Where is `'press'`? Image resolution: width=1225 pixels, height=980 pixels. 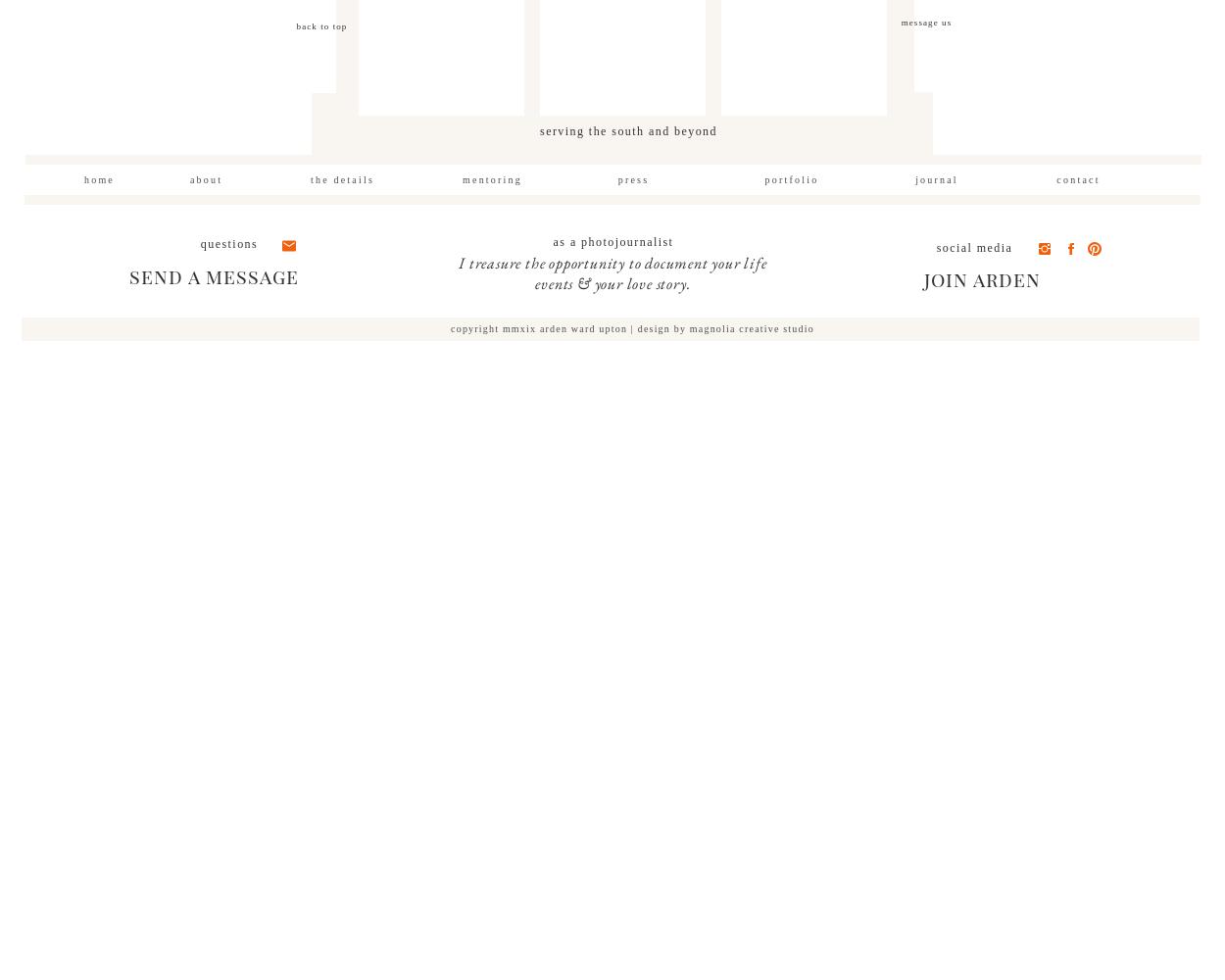
'press' is located at coordinates (633, 179).